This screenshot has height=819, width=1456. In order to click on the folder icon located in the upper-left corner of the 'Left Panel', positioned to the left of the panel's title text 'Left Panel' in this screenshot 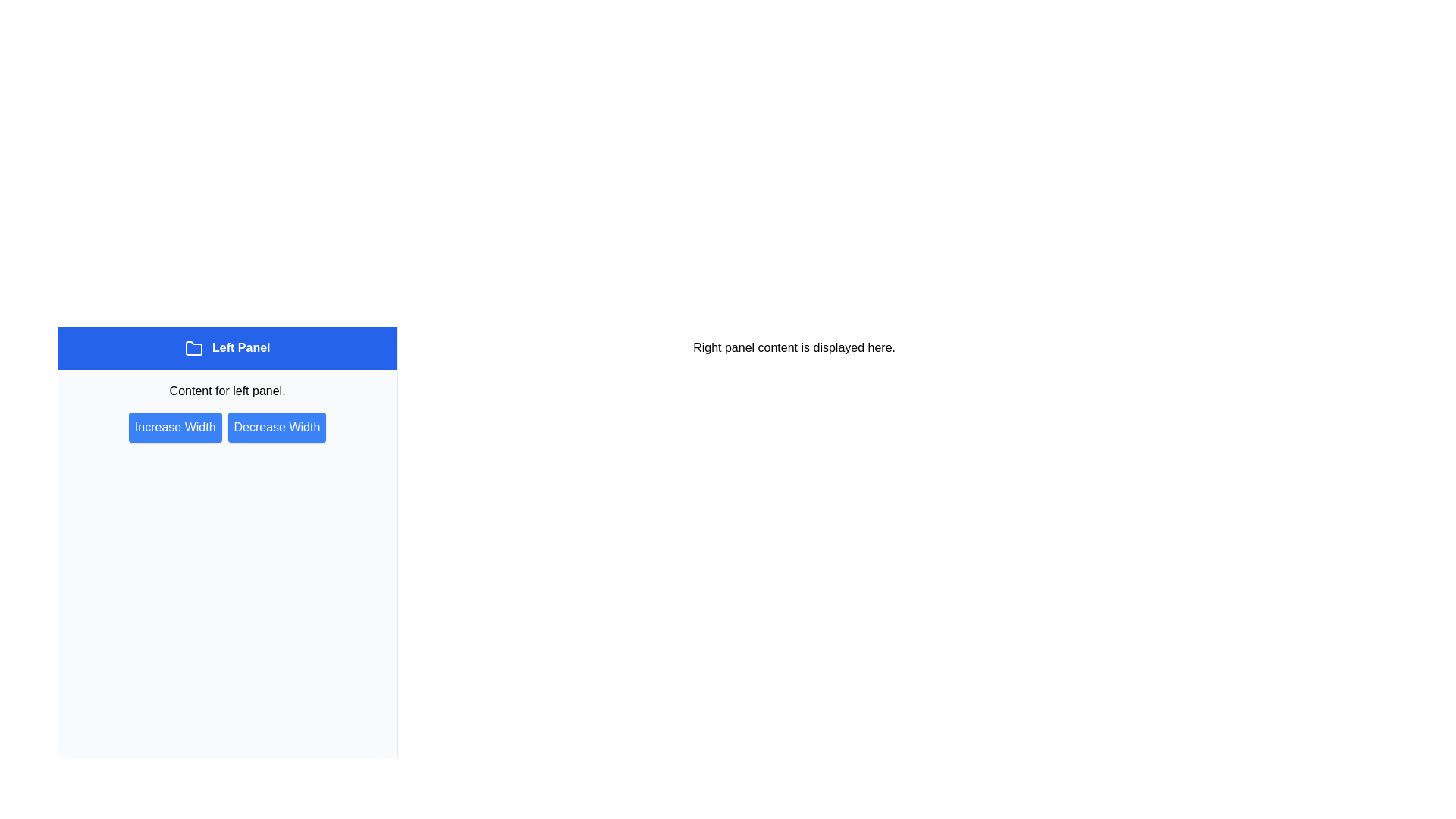, I will do `click(193, 348)`.